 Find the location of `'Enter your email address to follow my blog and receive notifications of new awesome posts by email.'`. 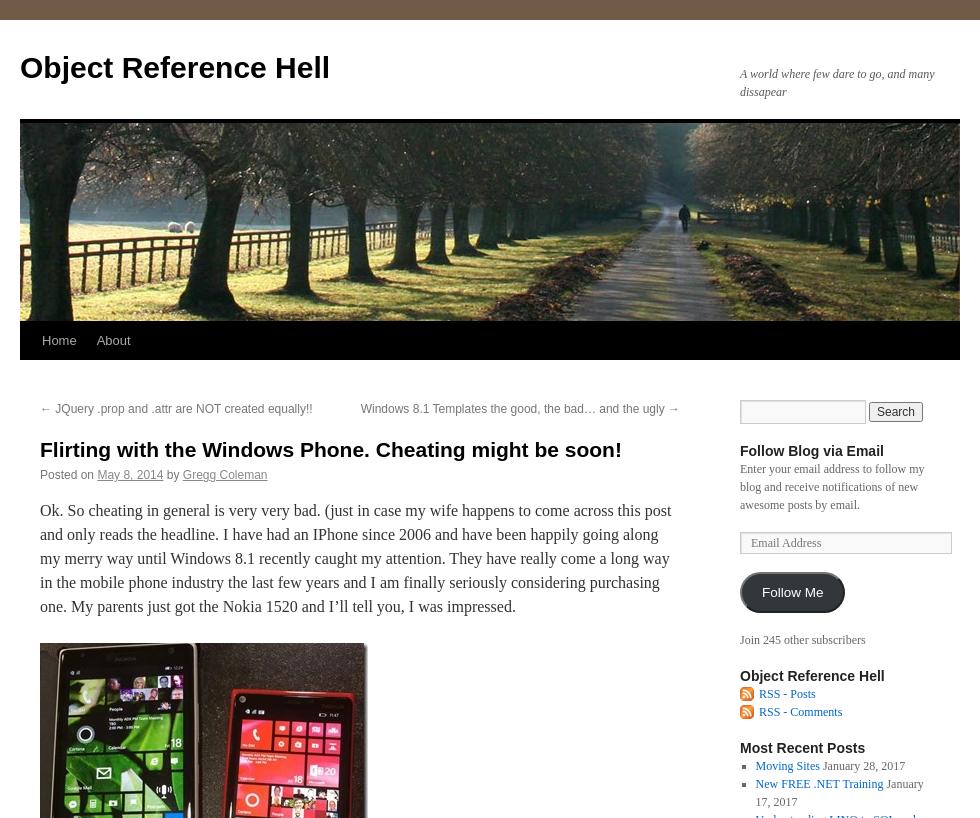

'Enter your email address to follow my blog and receive notifications of new awesome posts by email.' is located at coordinates (739, 487).